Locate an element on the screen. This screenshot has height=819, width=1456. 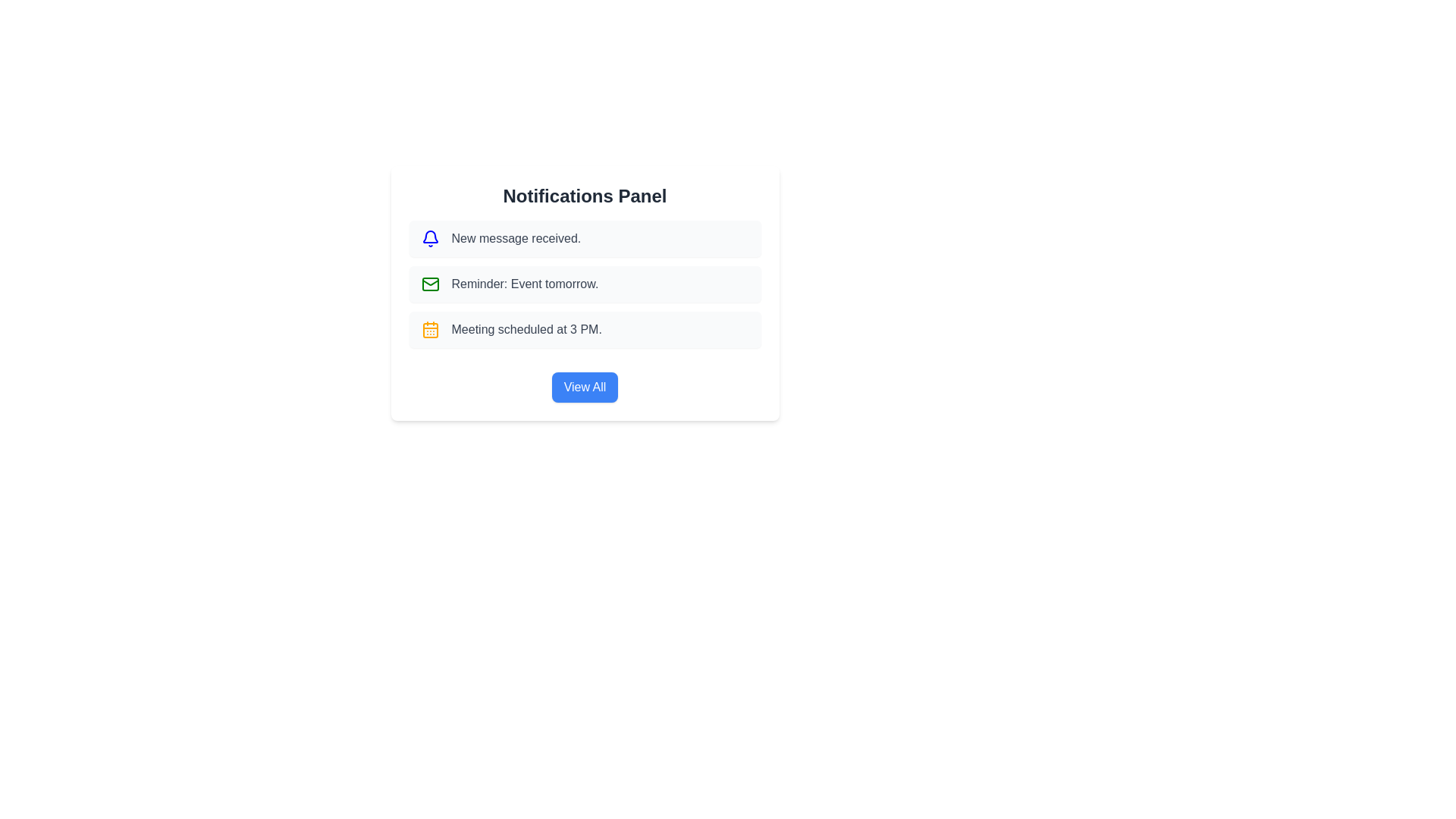
text label that provides information about a new message received by the user, positioned in the middle left region of the Notifications Panel, right of the bell icon is located at coordinates (516, 239).